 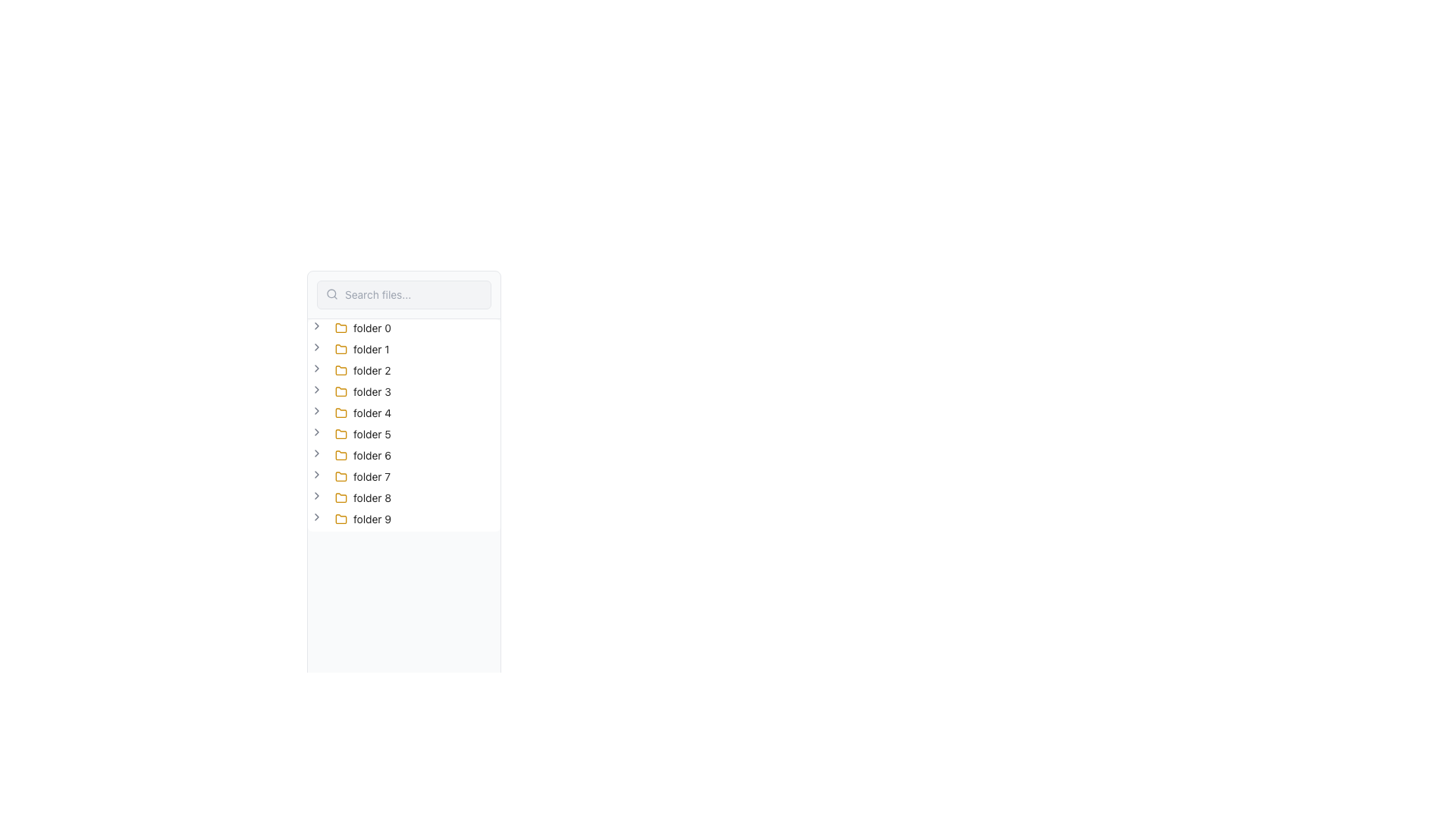 What do you see at coordinates (315, 455) in the screenshot?
I see `the button adjacent to the text label 'folder 6' in the left sidebar tree structure` at bounding box center [315, 455].